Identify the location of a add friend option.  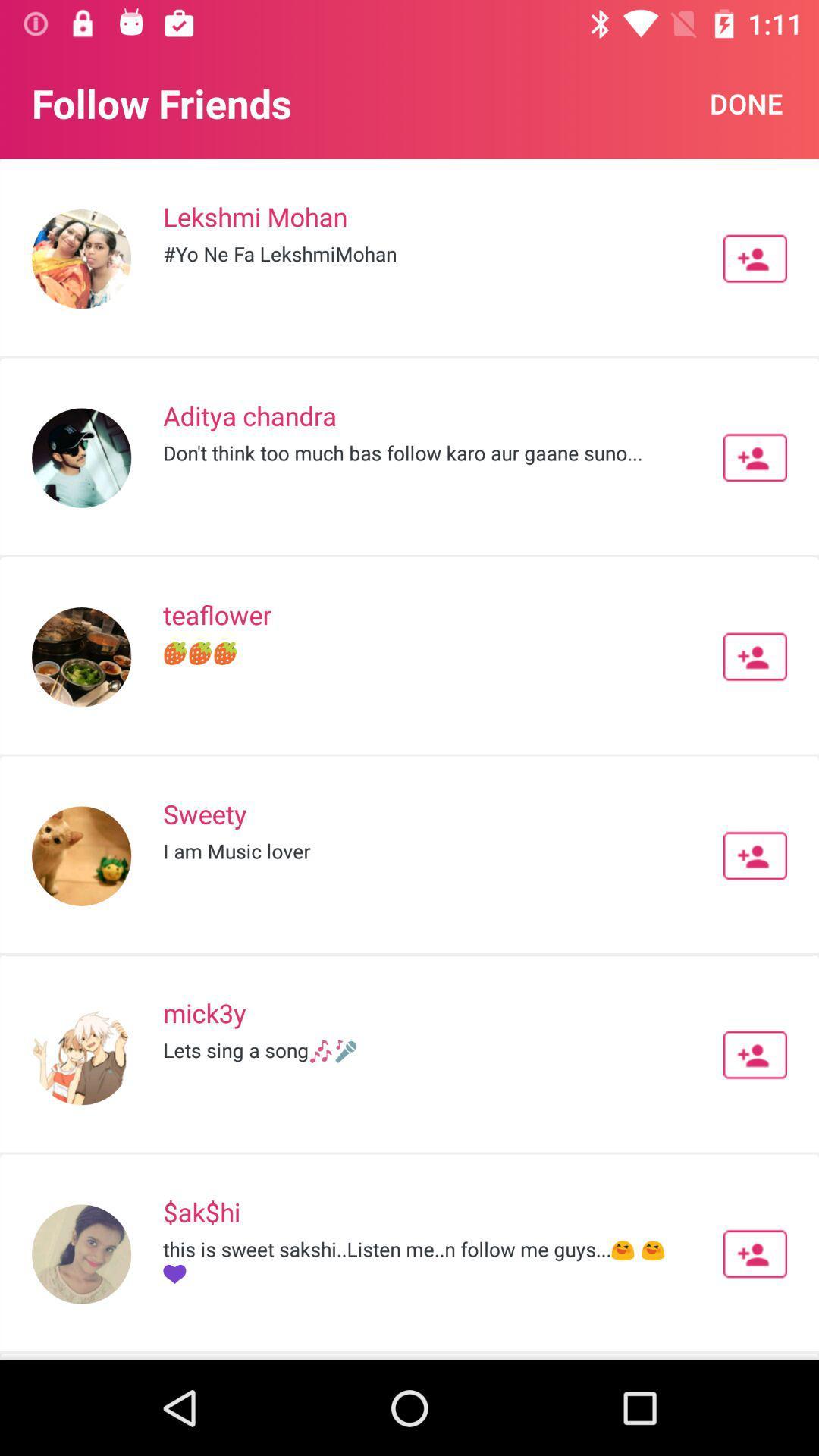
(755, 457).